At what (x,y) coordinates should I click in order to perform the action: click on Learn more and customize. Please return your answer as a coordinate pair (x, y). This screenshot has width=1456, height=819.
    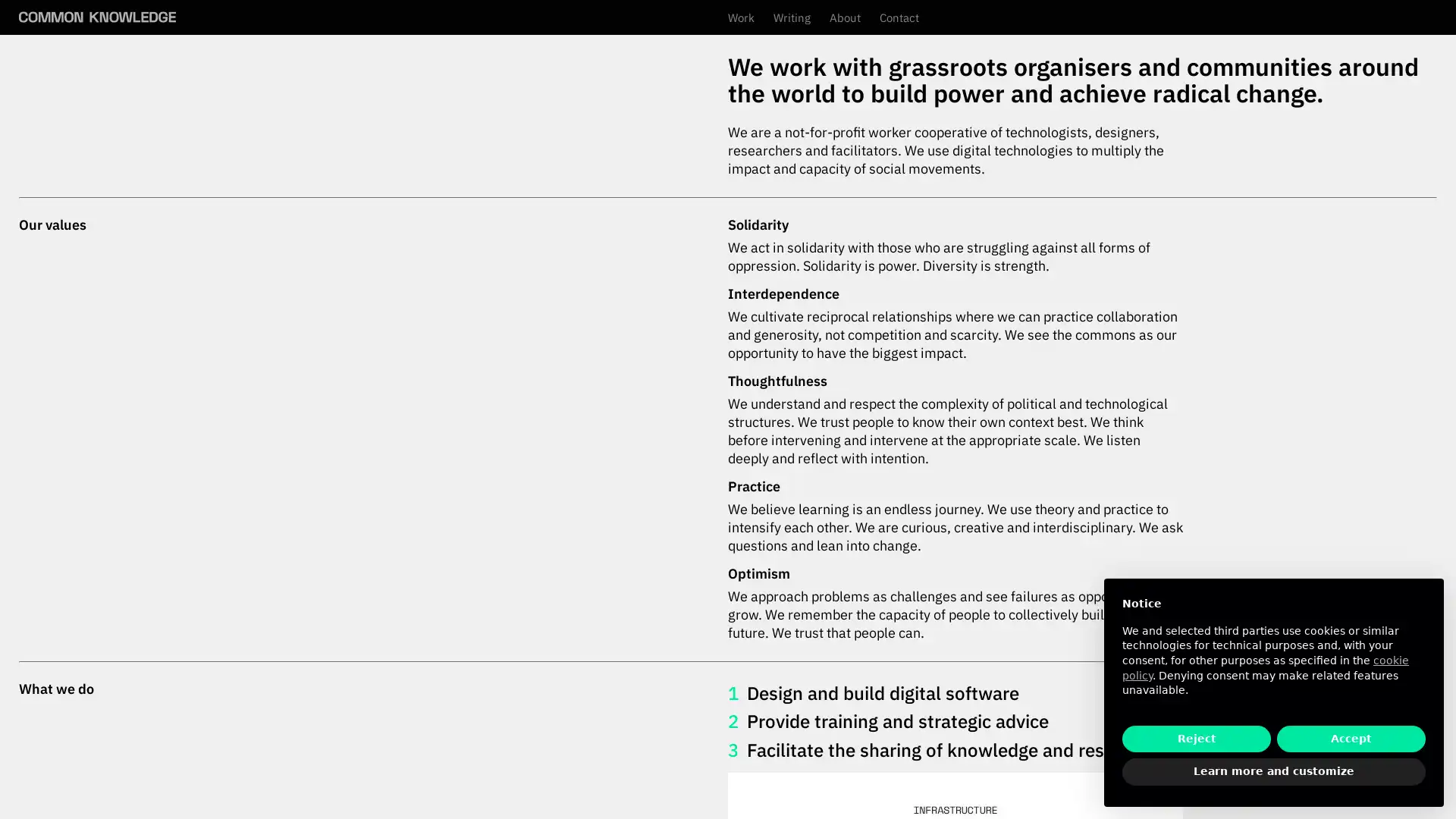
    Looking at the image, I should click on (1274, 772).